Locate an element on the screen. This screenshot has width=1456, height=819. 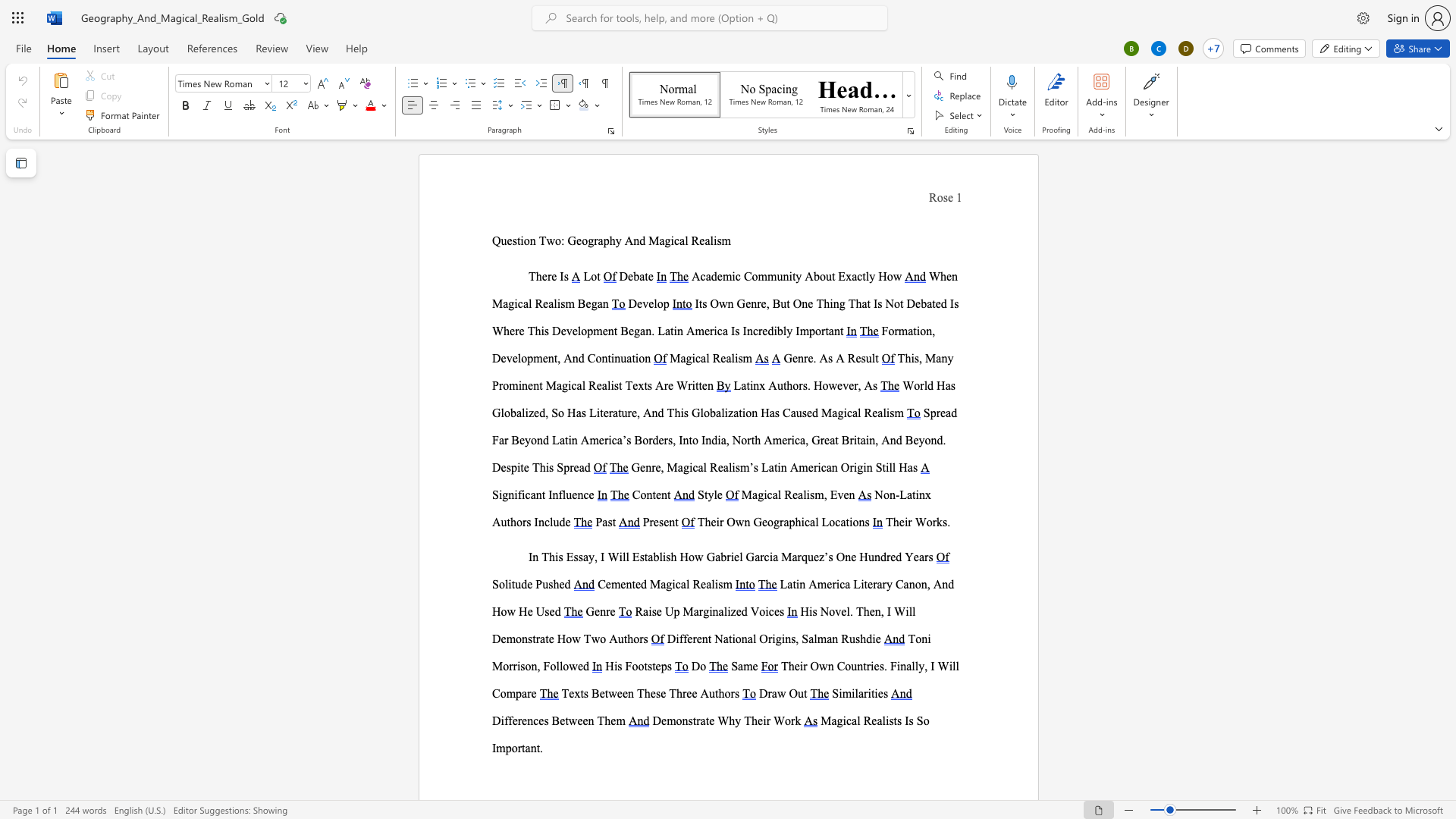
the space between the continuous character "S" and "t" in the text is located at coordinates (881, 466).